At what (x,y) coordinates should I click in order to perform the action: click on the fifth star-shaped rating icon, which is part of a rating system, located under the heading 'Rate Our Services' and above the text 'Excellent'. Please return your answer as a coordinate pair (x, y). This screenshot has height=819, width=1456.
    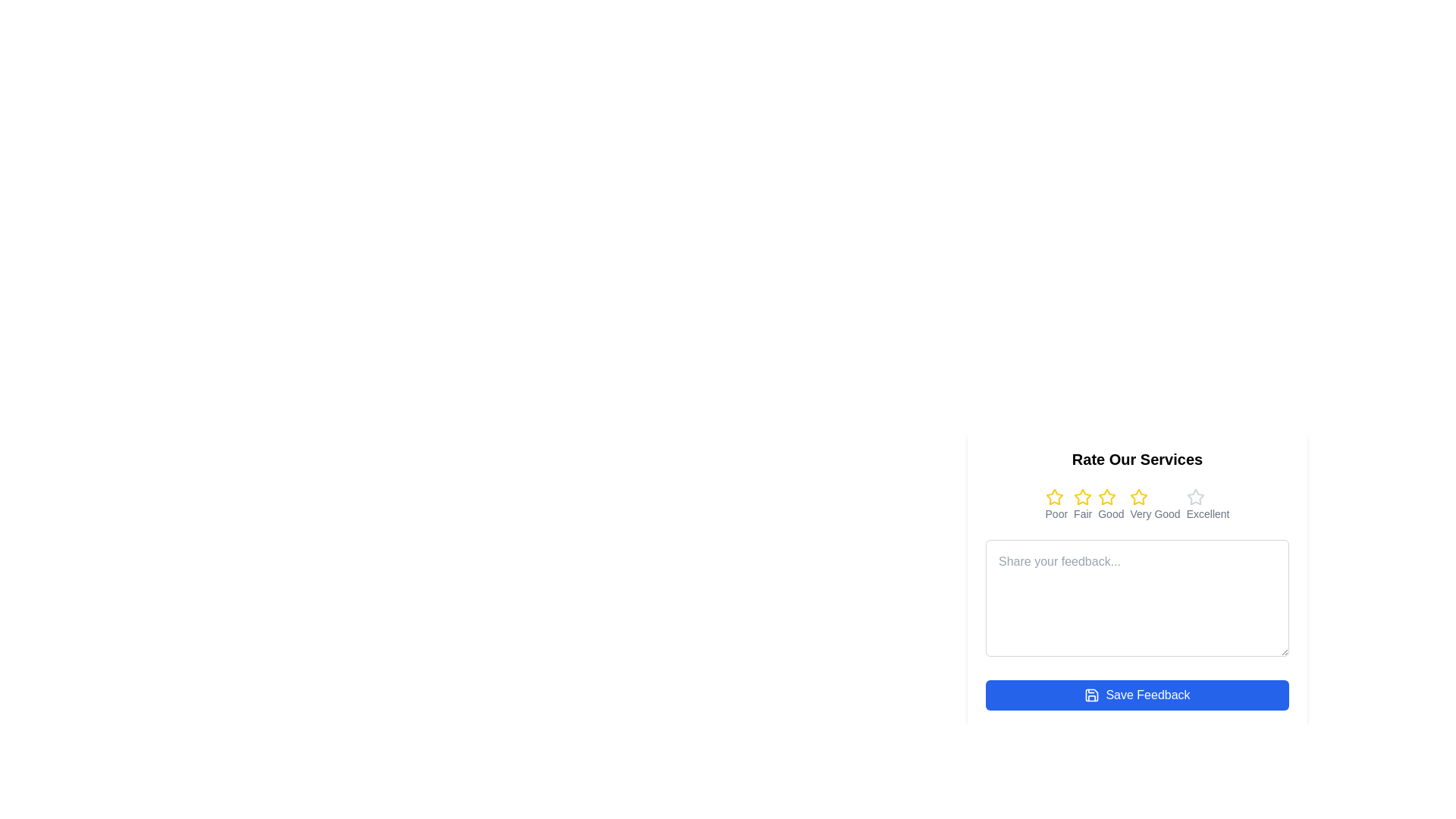
    Looking at the image, I should click on (1194, 497).